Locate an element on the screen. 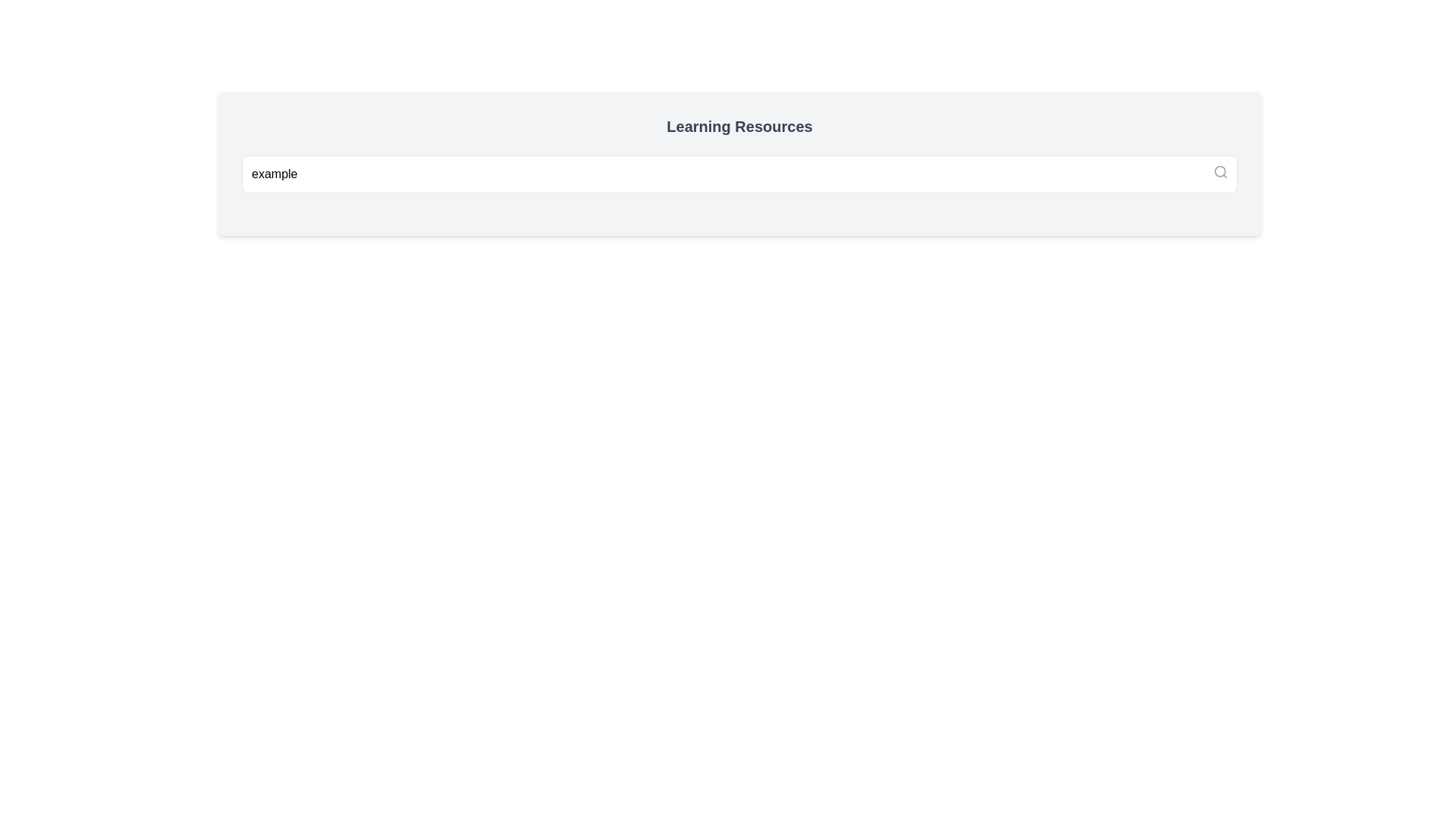 The width and height of the screenshot is (1456, 819). the search icon, which is a light gray magnifying glass located on the right side of the text input field is located at coordinates (1220, 171).